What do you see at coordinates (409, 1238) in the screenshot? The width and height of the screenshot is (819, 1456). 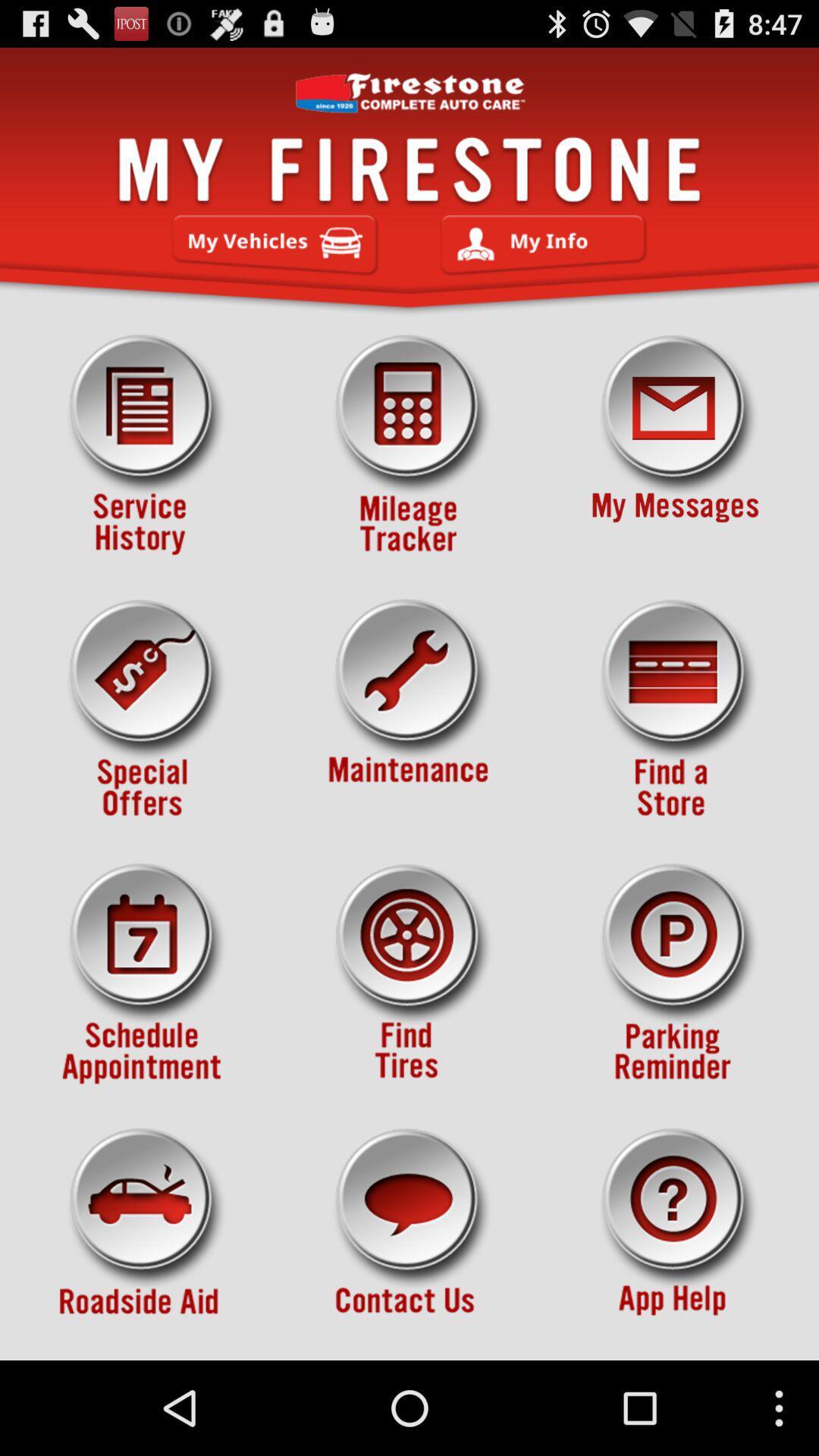 I see `contact us` at bounding box center [409, 1238].